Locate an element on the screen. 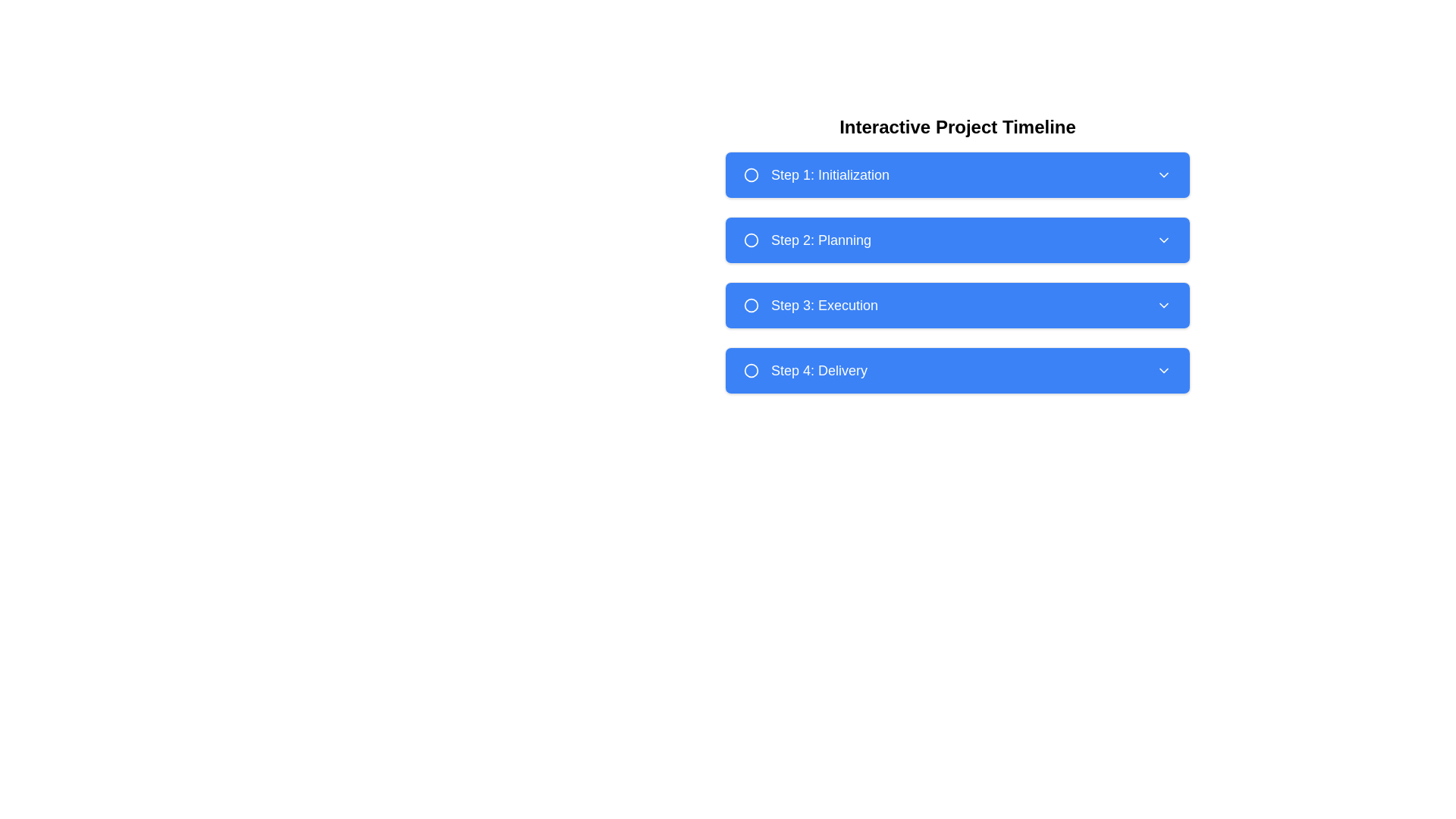 This screenshot has height=819, width=1456. the Circle SVG graphical element that represents the 'Step 1' status indicator in the interactive progress timeline is located at coordinates (751, 174).